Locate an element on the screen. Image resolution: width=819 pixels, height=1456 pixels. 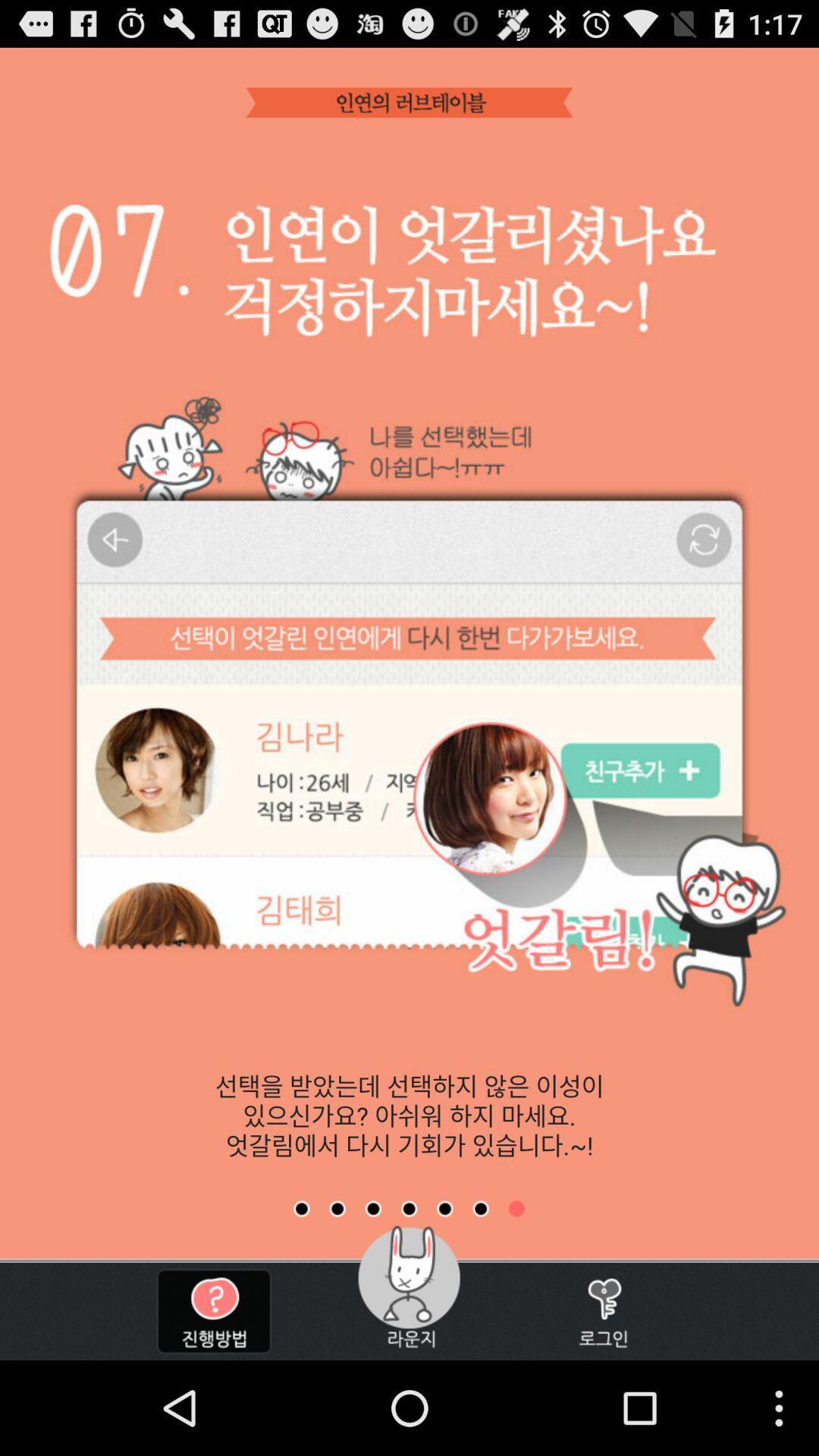
switch to tab is located at coordinates (444, 1208).